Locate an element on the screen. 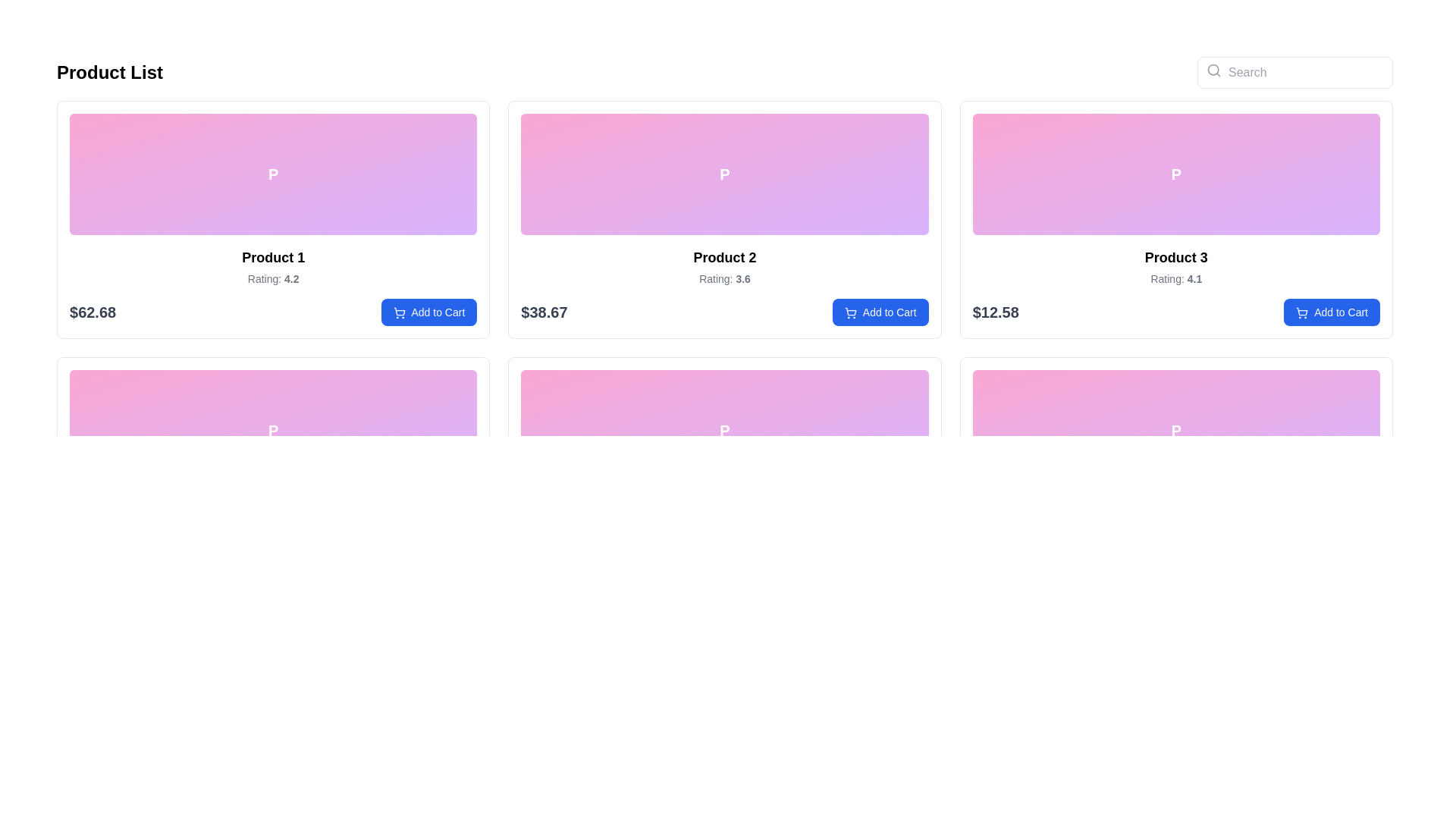 The height and width of the screenshot is (819, 1456). the static text label for 'Product 2', which is positioned centered below the gradient image and above the rating text 'Rating: 3.6' is located at coordinates (723, 256).